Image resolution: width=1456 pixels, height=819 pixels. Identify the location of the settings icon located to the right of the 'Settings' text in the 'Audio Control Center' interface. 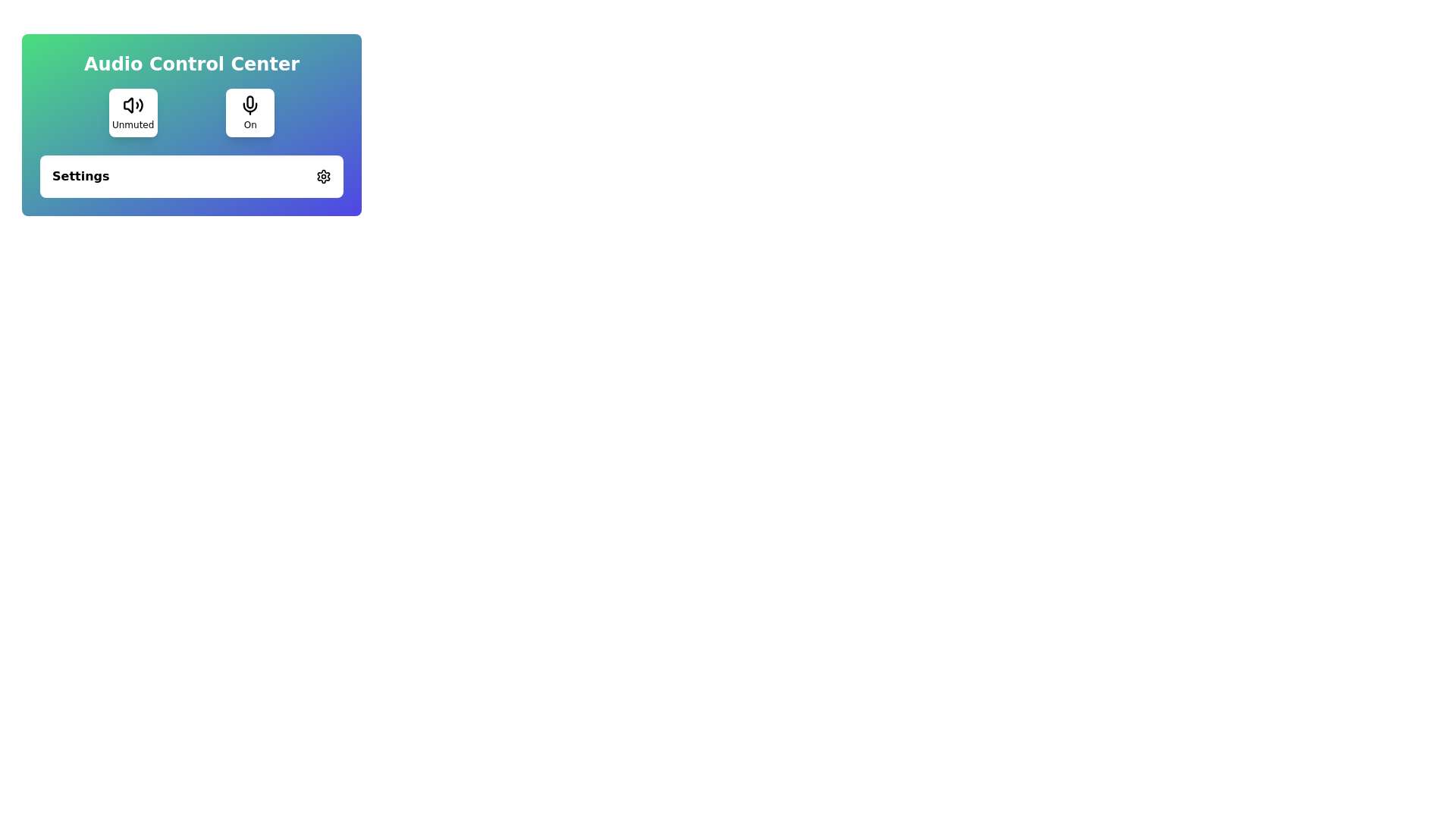
(323, 175).